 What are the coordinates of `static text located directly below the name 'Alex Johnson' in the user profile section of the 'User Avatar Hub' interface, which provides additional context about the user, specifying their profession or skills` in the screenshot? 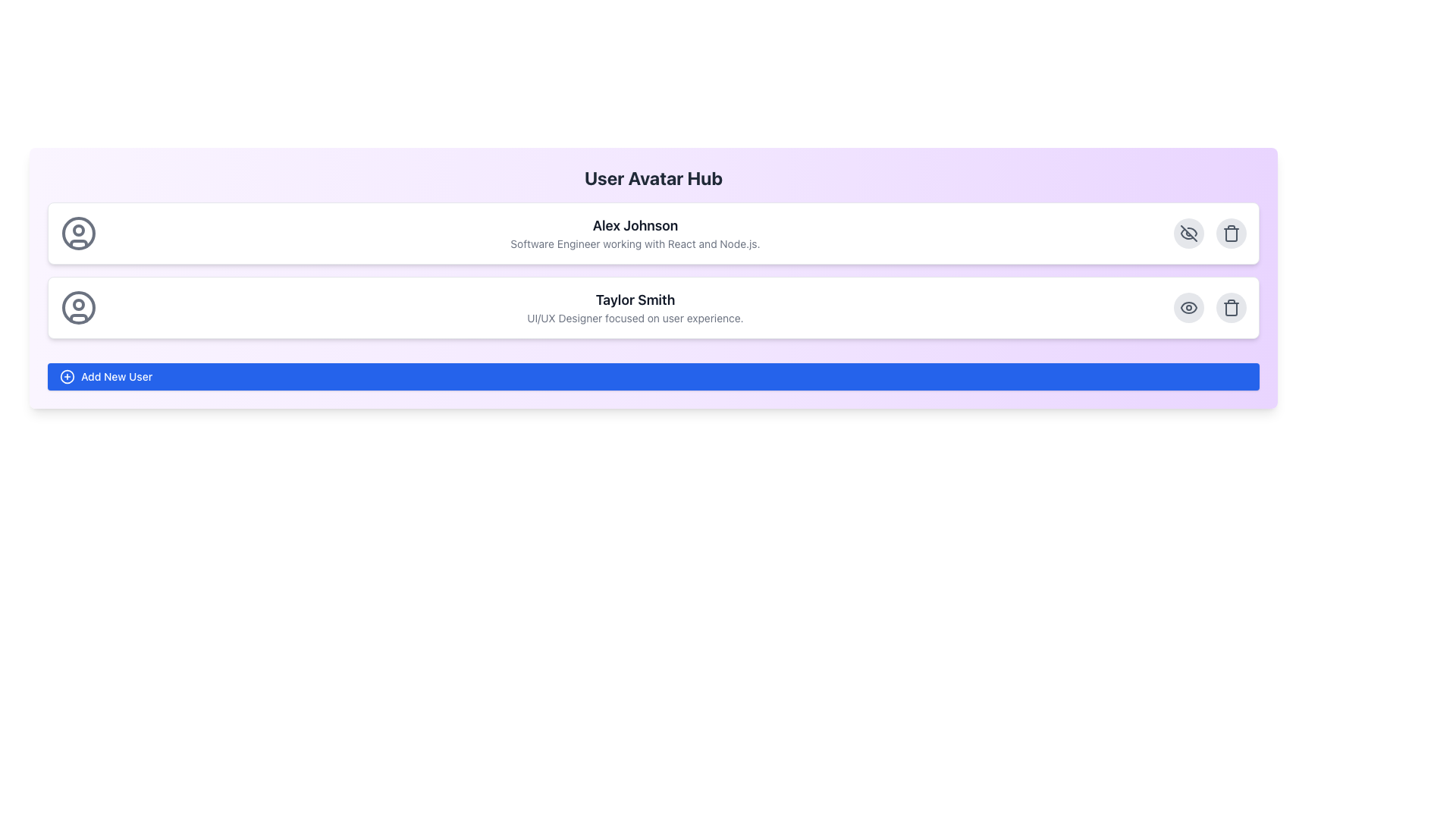 It's located at (635, 243).